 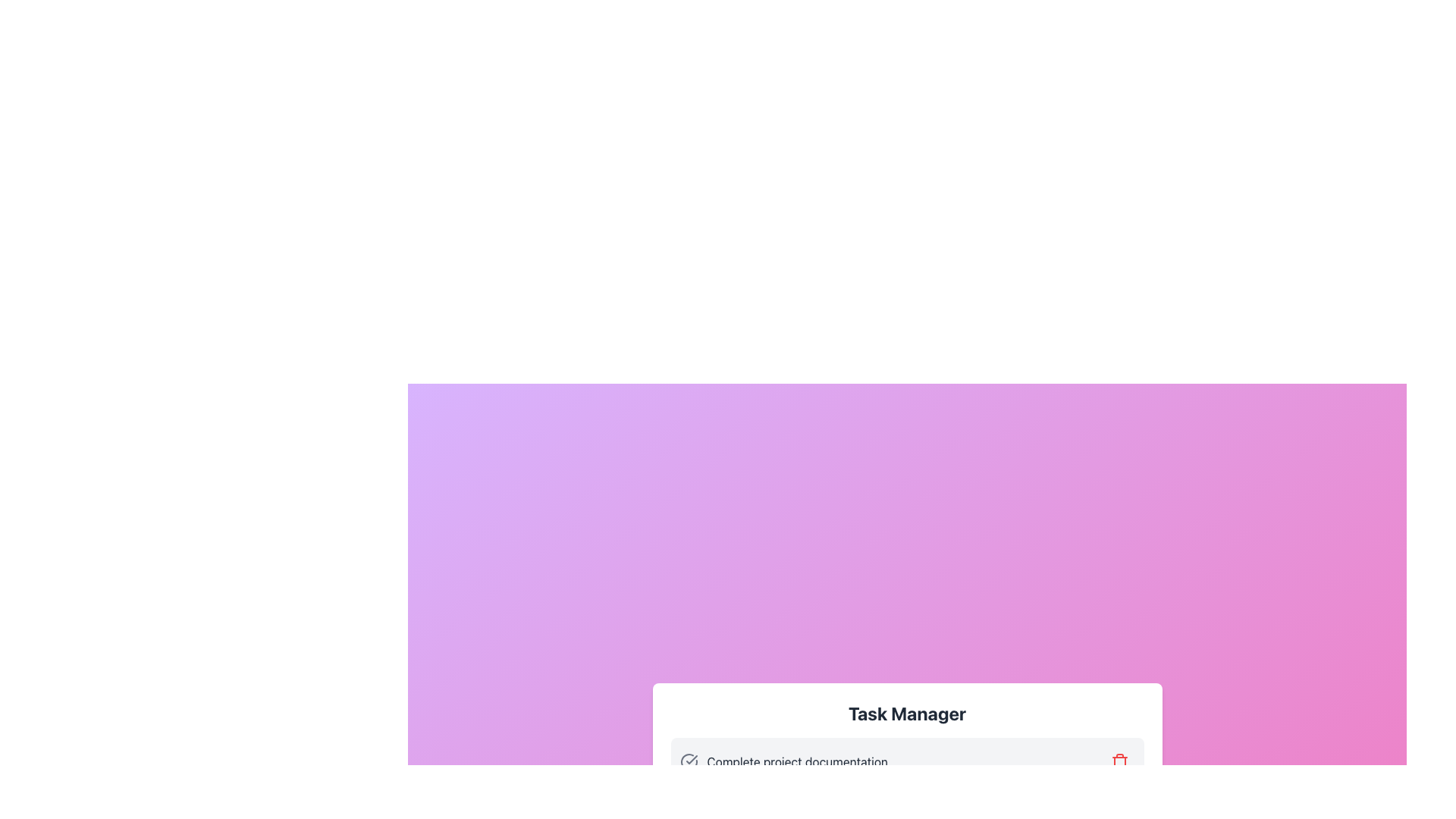 What do you see at coordinates (1119, 762) in the screenshot?
I see `the red trash can icon button located on the right side of the action bar` at bounding box center [1119, 762].